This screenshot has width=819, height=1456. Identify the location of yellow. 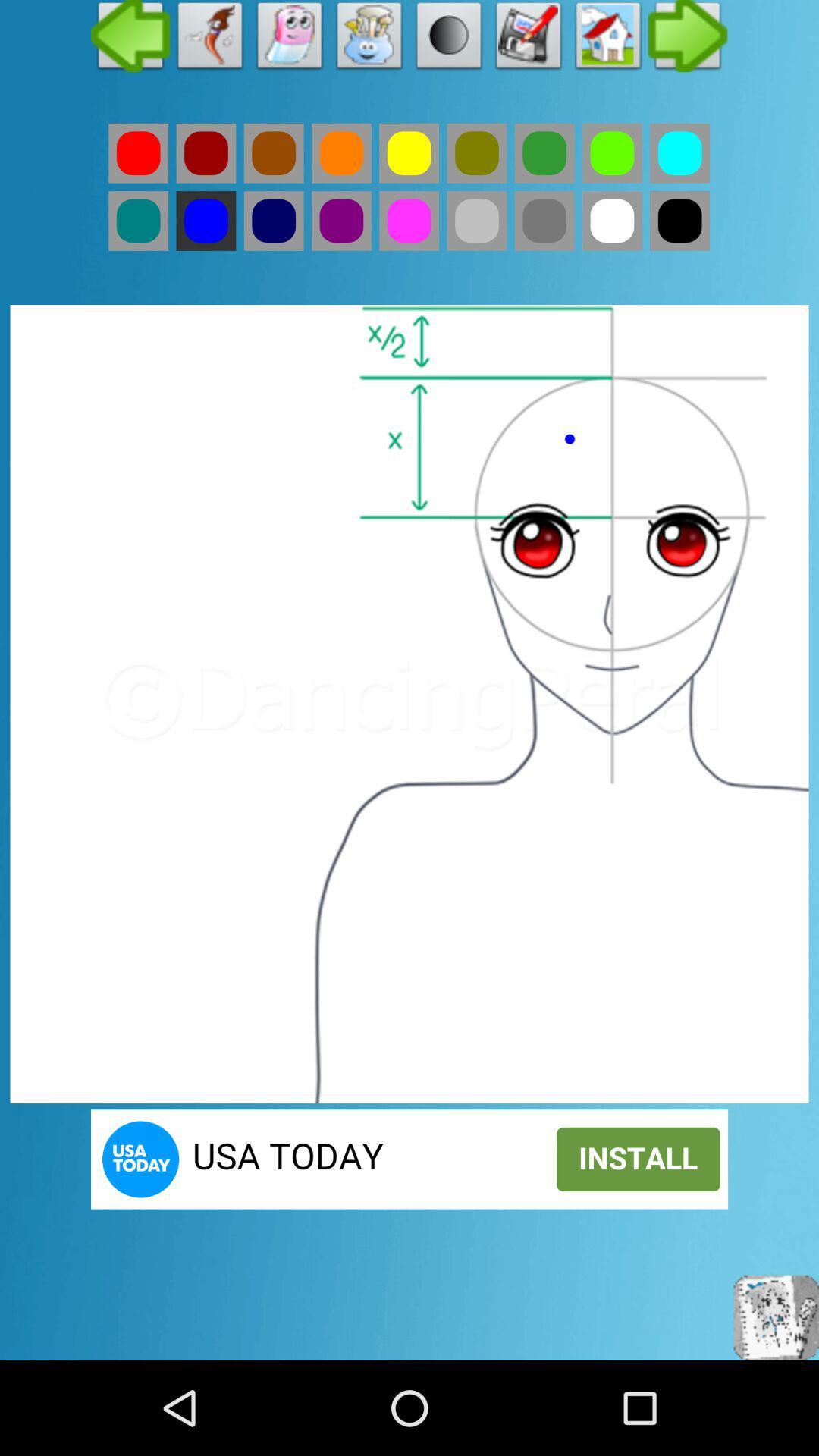
(408, 153).